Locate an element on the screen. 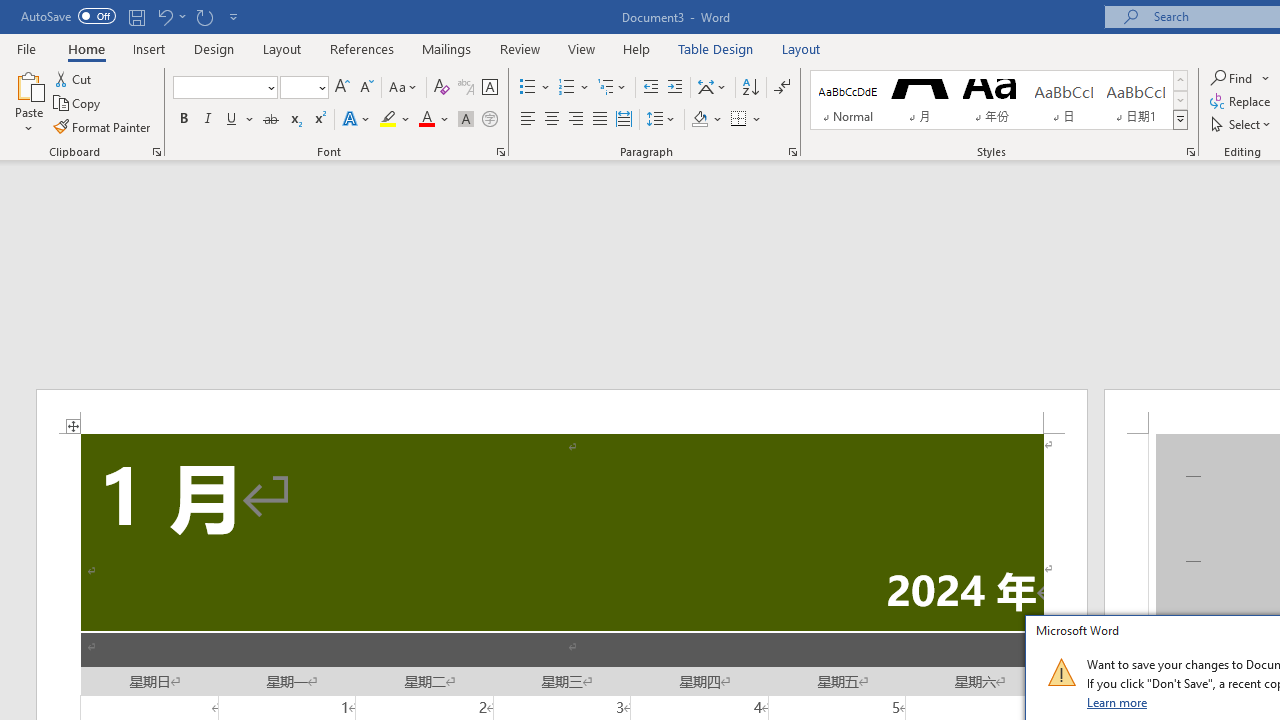  'Styles' is located at coordinates (1180, 120).